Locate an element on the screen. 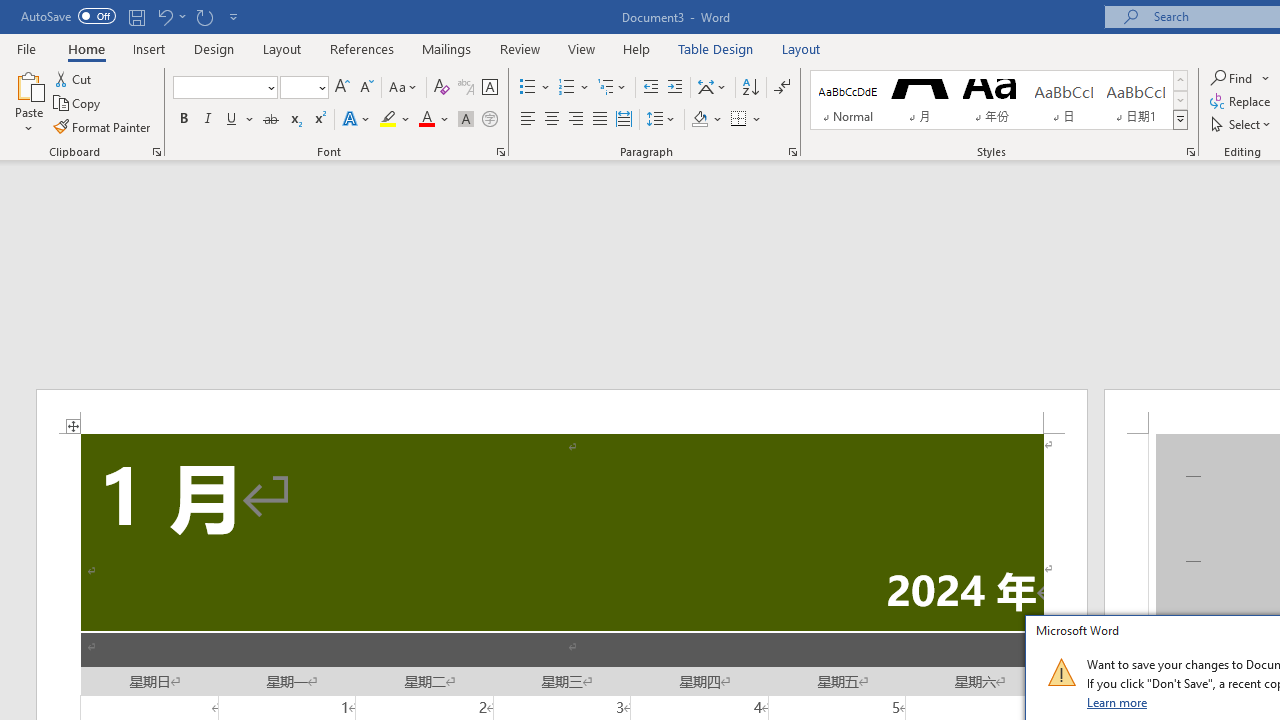  'Styles' is located at coordinates (1180, 120).